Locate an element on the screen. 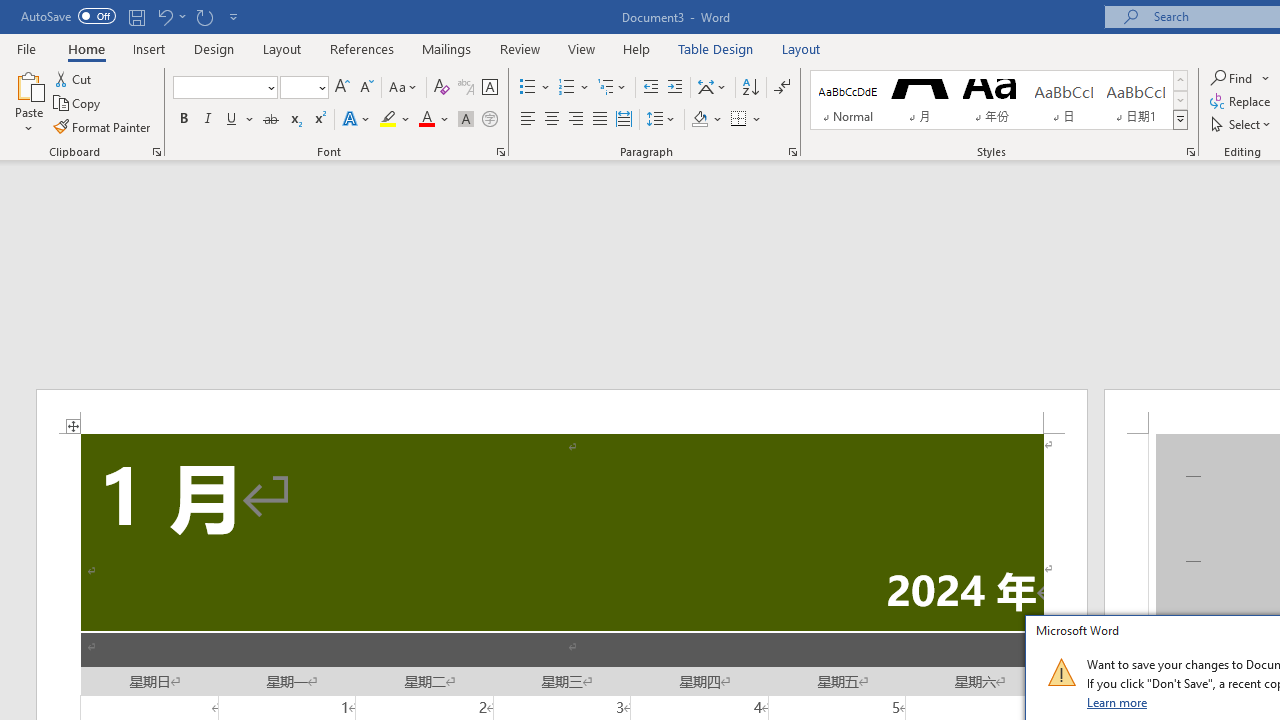  'Styles' is located at coordinates (1180, 120).